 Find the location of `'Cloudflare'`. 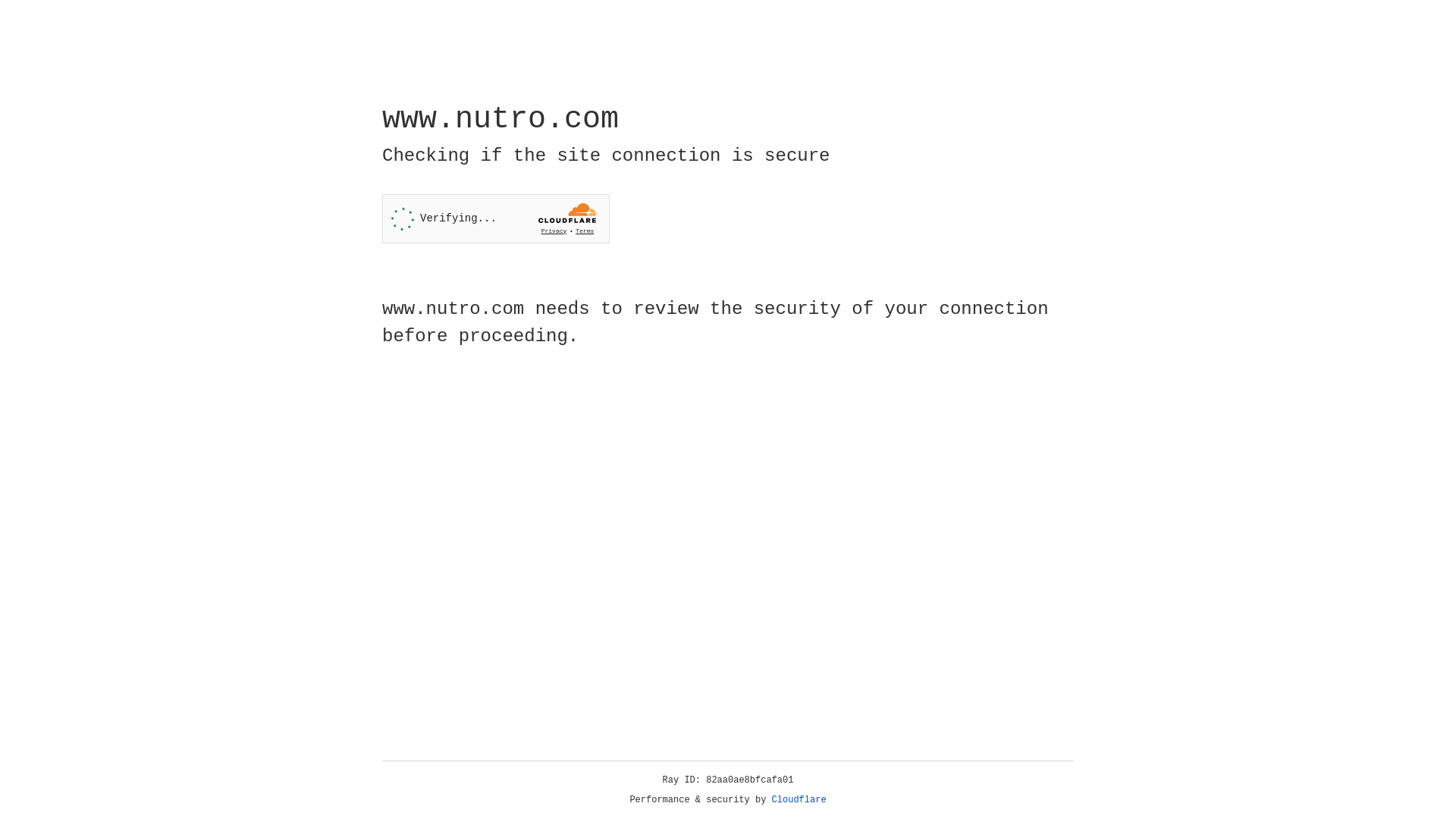

'Cloudflare' is located at coordinates (771, 799).